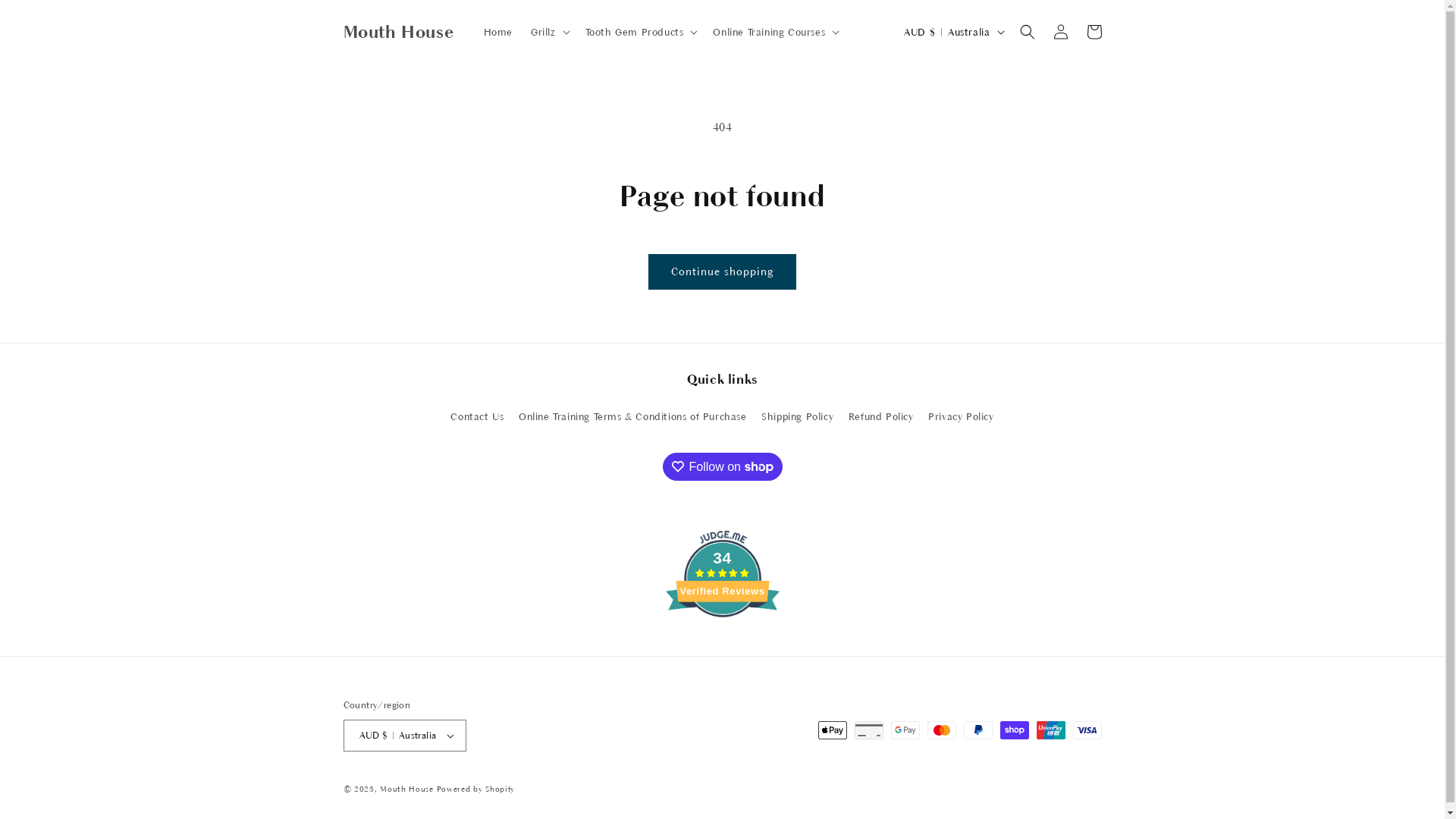  What do you see at coordinates (1059, 32) in the screenshot?
I see `'Log in'` at bounding box center [1059, 32].